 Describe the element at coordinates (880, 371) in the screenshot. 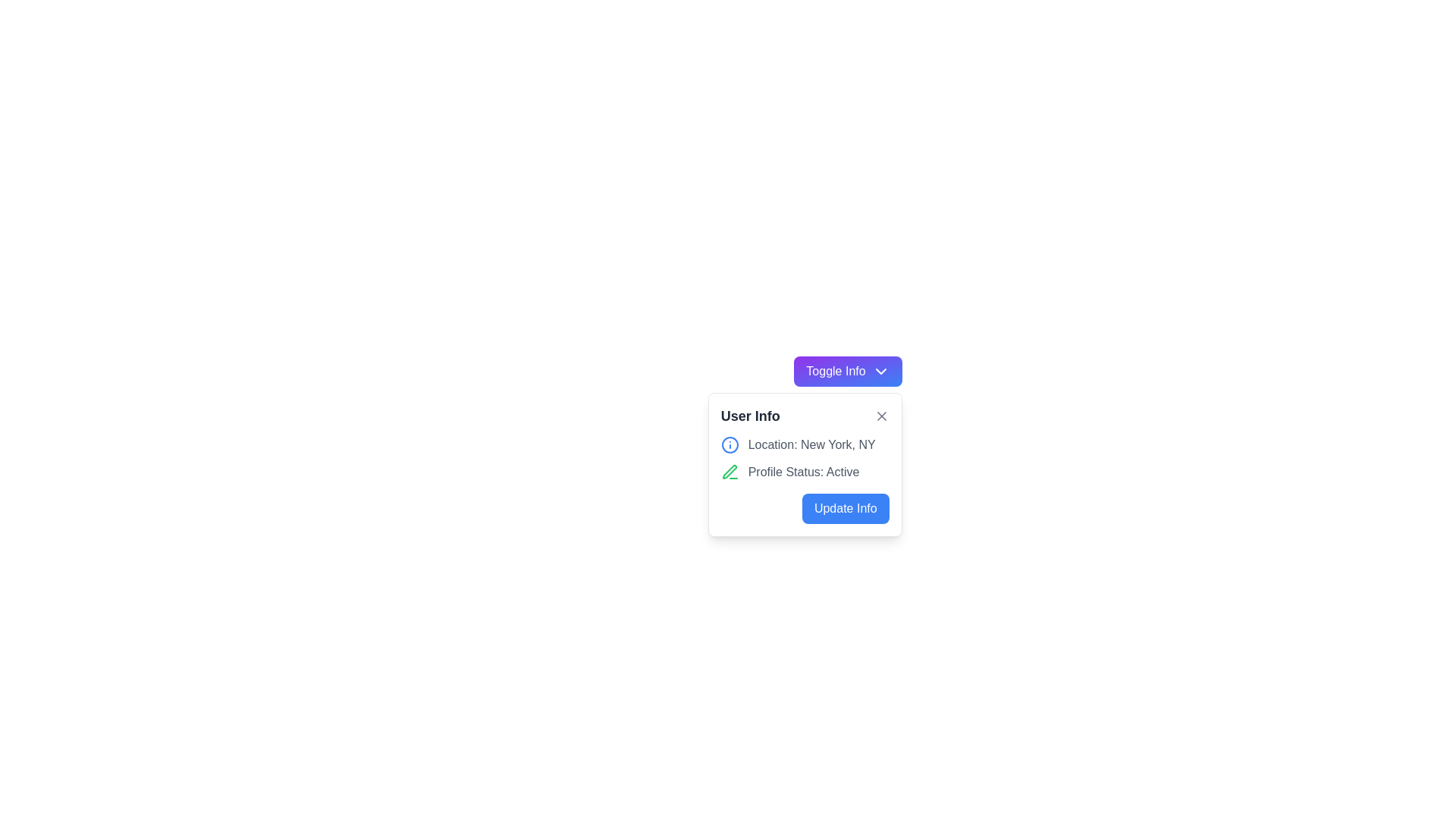

I see `the icon located near the right edge of the 'Toggle Info' button which indicates that it toggles additional information or a dropdown` at that location.